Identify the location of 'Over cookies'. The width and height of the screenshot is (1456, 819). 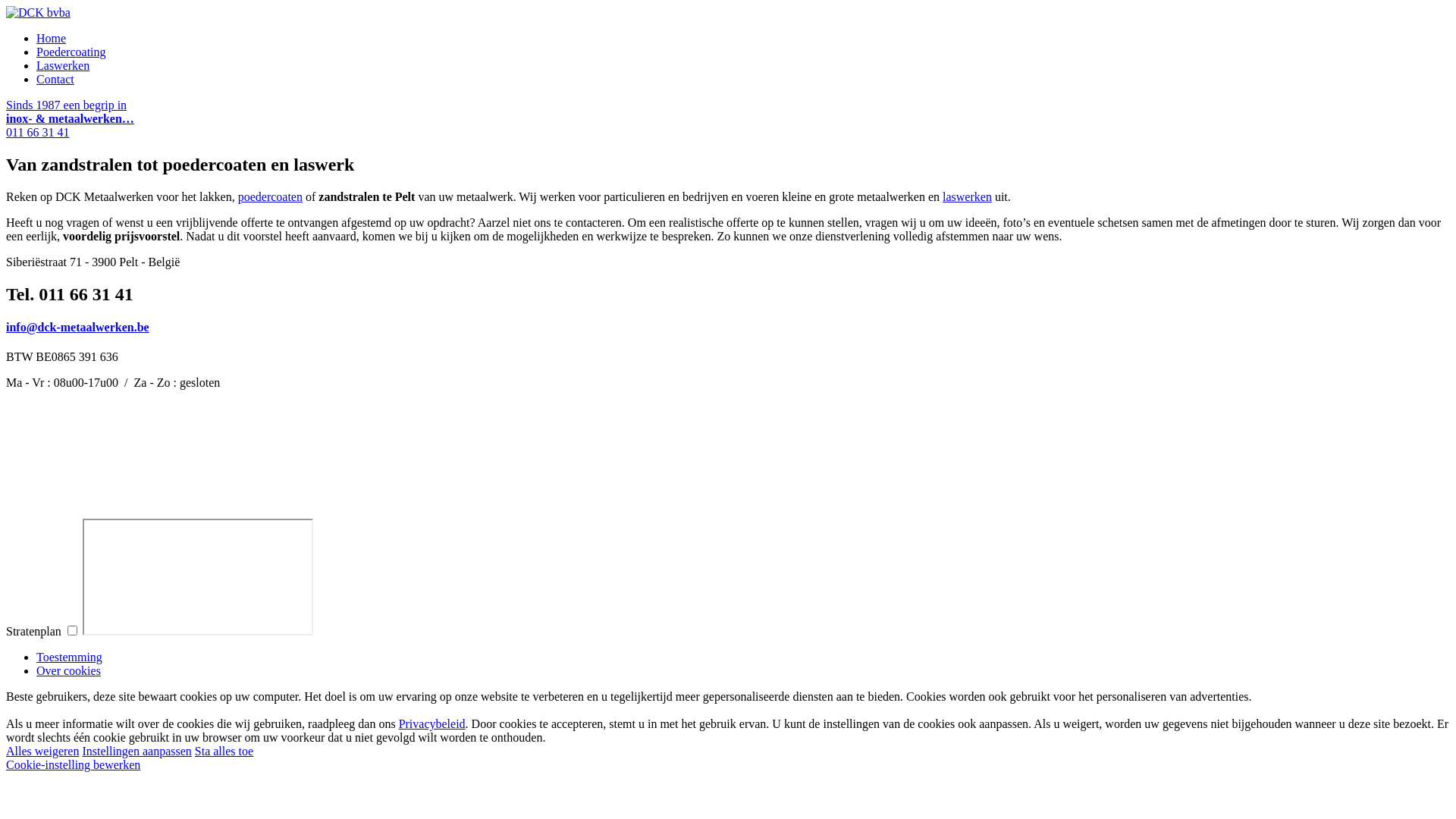
(36, 670).